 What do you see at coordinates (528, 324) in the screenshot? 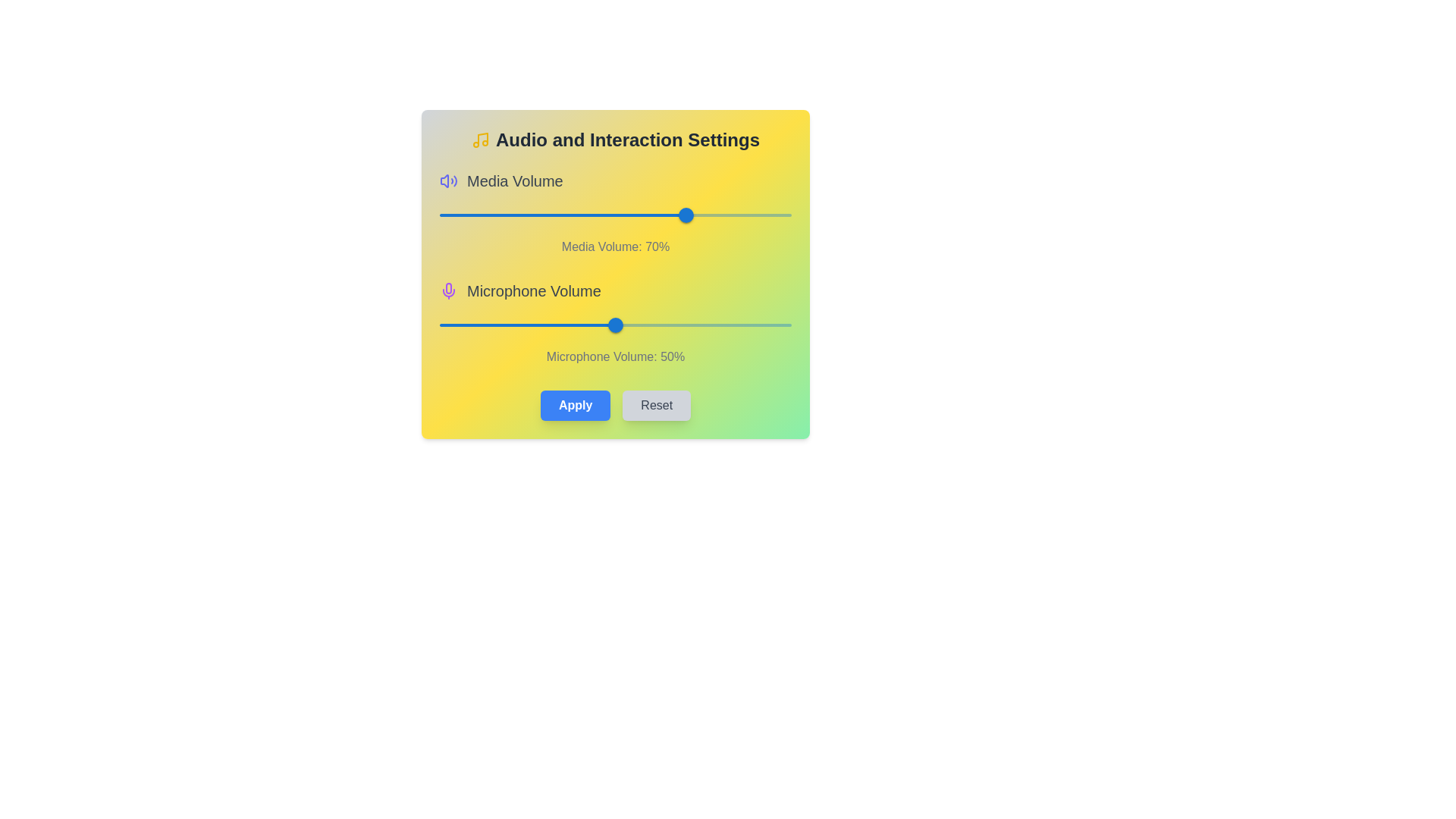
I see `the active range of the microphone volume slider track located beneath the 'Microphone Volume' label and before the 'Microphone Volume: 50%' label` at bounding box center [528, 324].